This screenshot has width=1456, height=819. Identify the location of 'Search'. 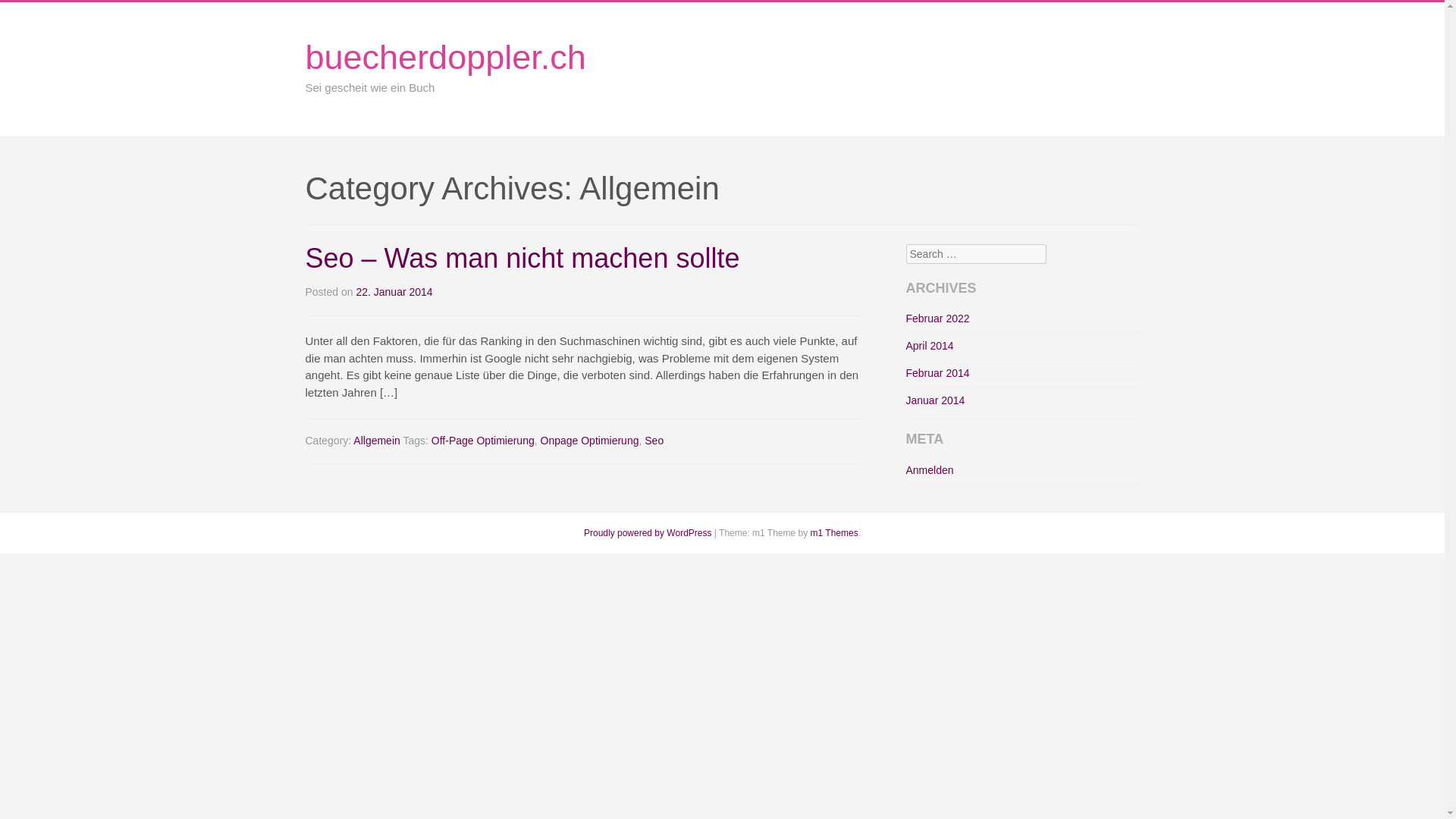
(33, 14).